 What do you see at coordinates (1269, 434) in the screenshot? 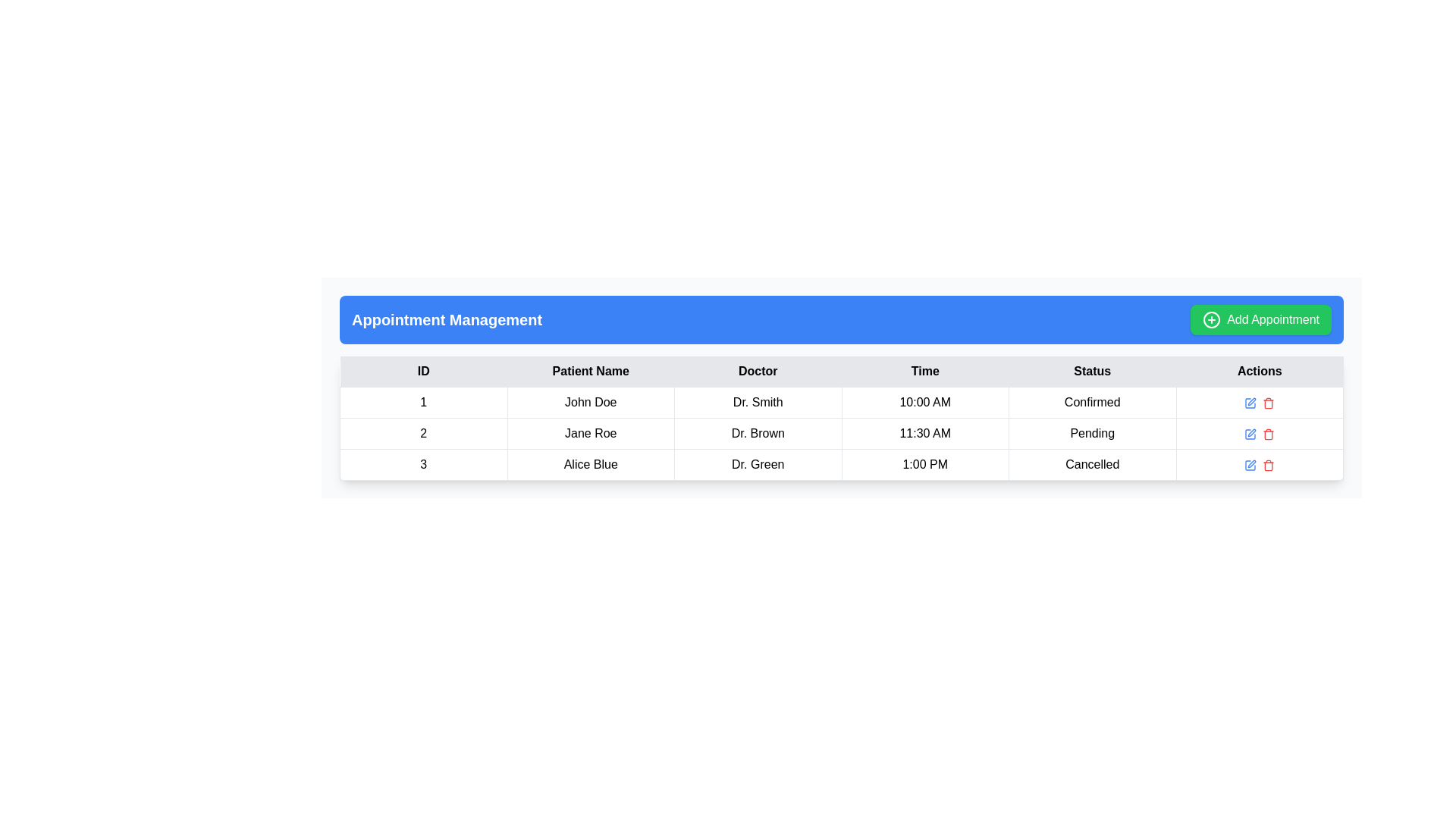
I see `the delete icon button located in the 'Actions' column of the second row in the table, corresponding to the entry for 'Jane Roe'` at bounding box center [1269, 434].